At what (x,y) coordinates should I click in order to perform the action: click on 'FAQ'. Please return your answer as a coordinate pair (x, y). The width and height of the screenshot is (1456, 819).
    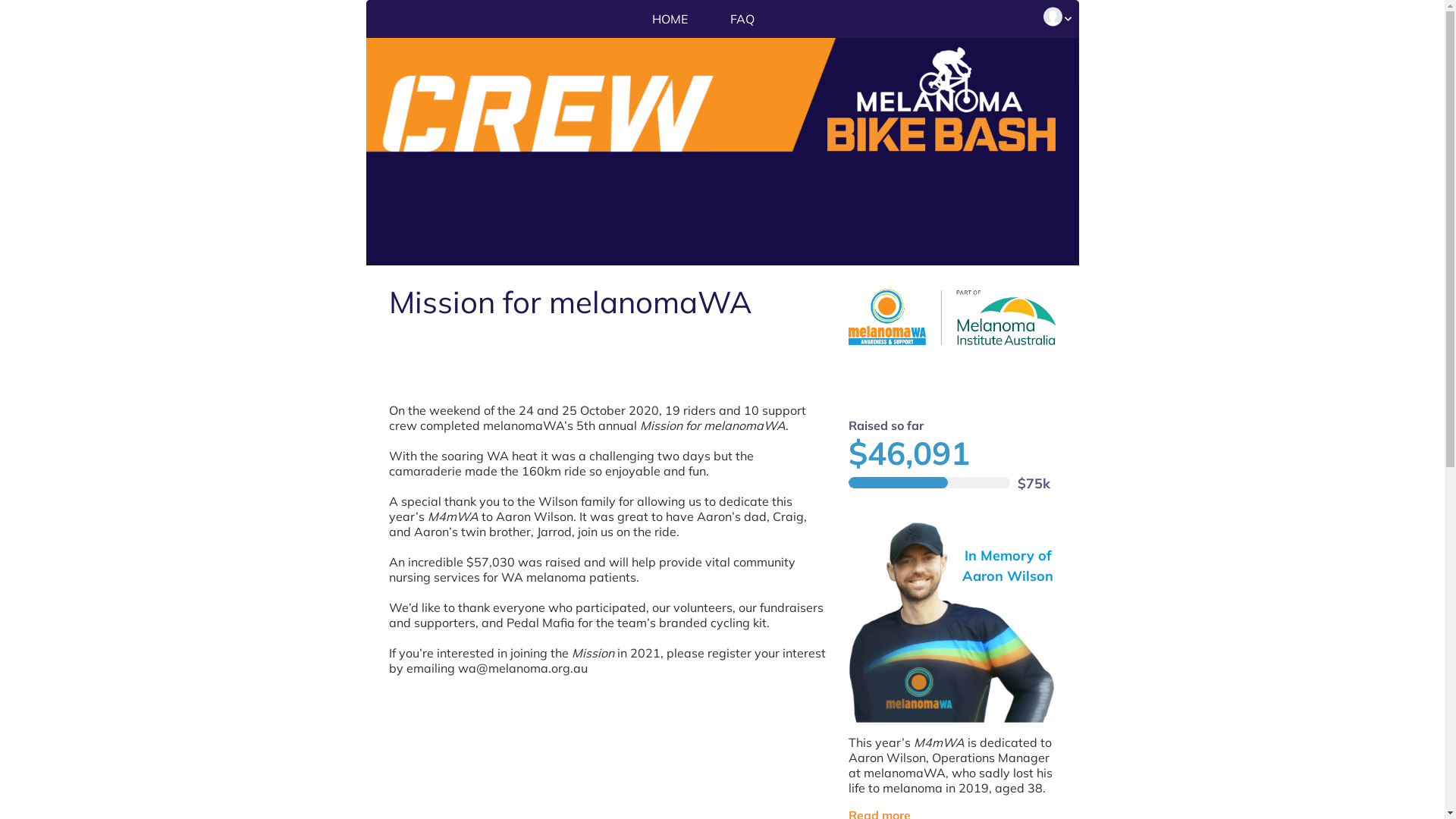
    Looking at the image, I should click on (709, 19).